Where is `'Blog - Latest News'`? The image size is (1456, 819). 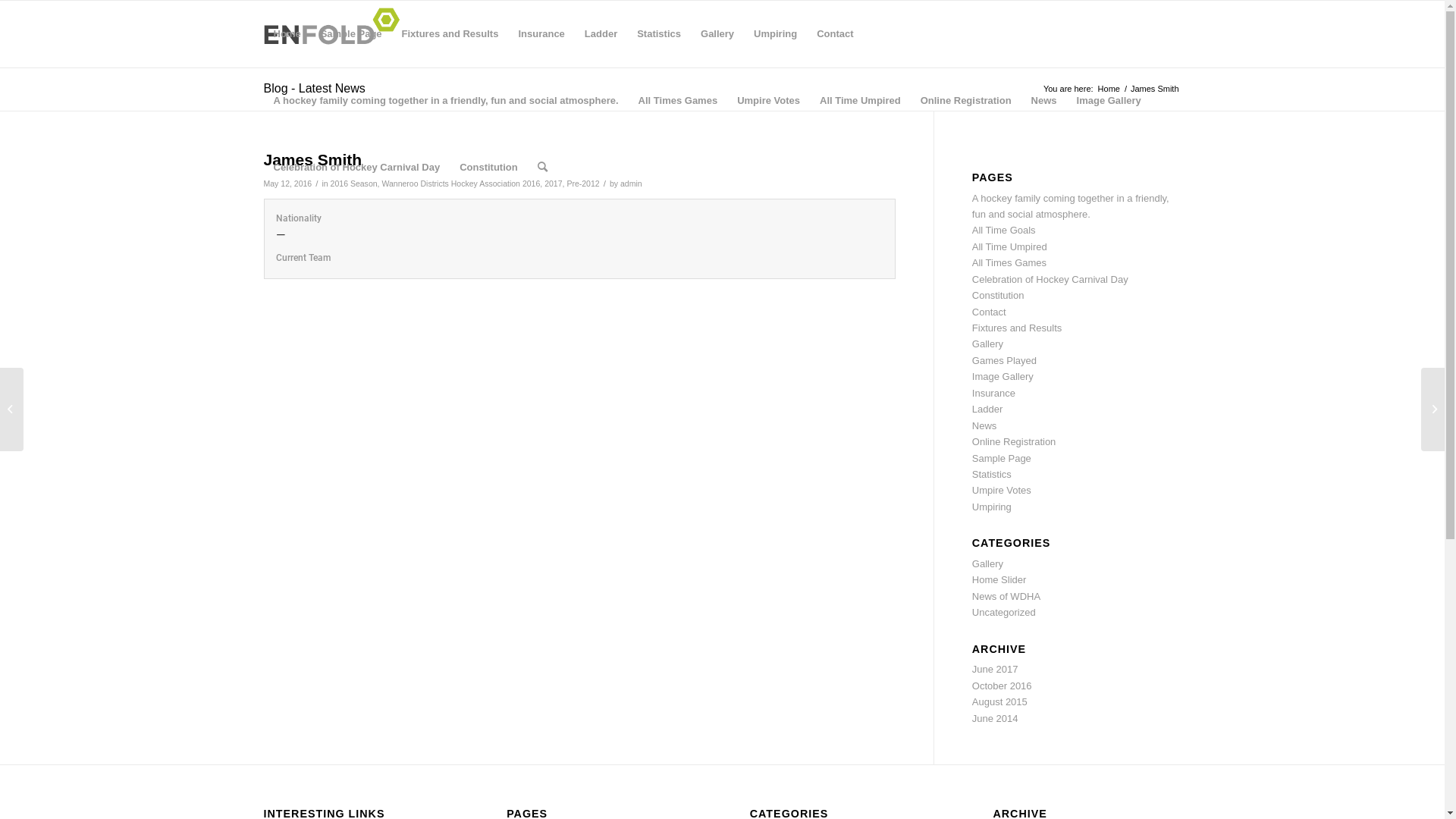
'Blog - Latest News' is located at coordinates (313, 88).